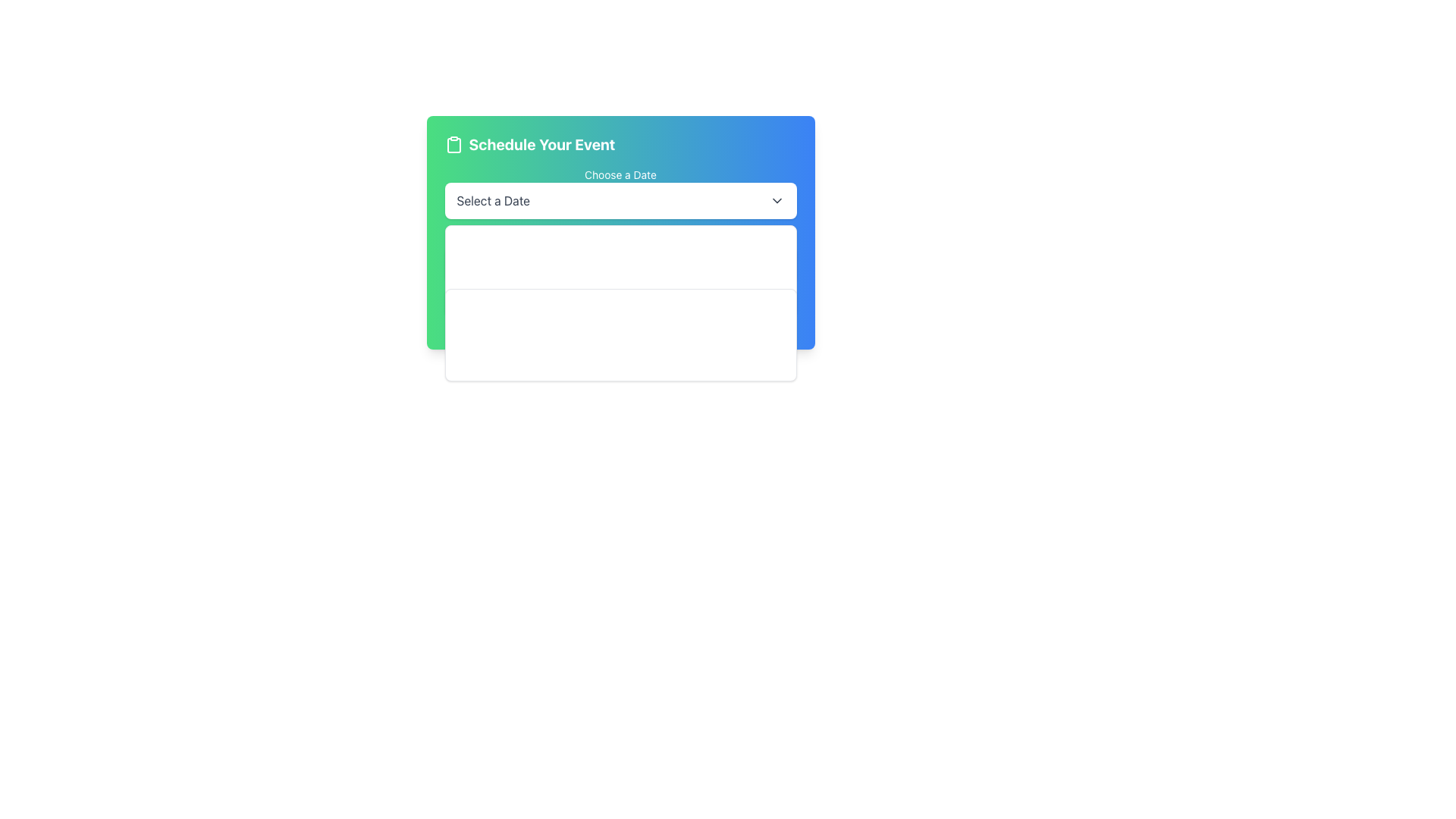  I want to click on an event from the Interactive dropdown section located below the heading 'Schedule Your Event' within the card layout, so click(620, 248).